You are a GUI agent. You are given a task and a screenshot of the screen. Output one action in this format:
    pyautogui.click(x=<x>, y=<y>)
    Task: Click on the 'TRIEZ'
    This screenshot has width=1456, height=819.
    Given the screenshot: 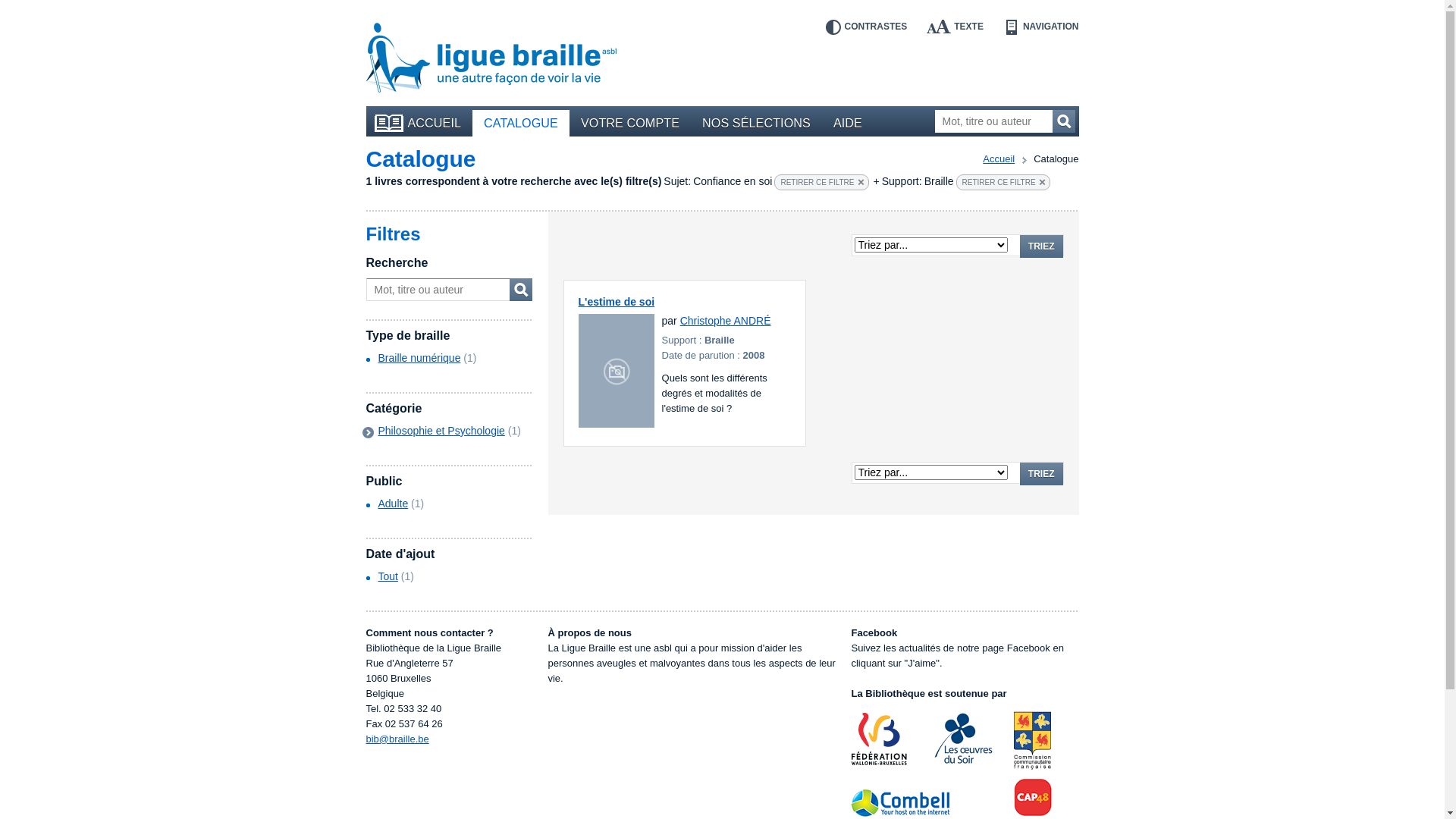 What is the action you would take?
    pyautogui.click(x=1040, y=472)
    